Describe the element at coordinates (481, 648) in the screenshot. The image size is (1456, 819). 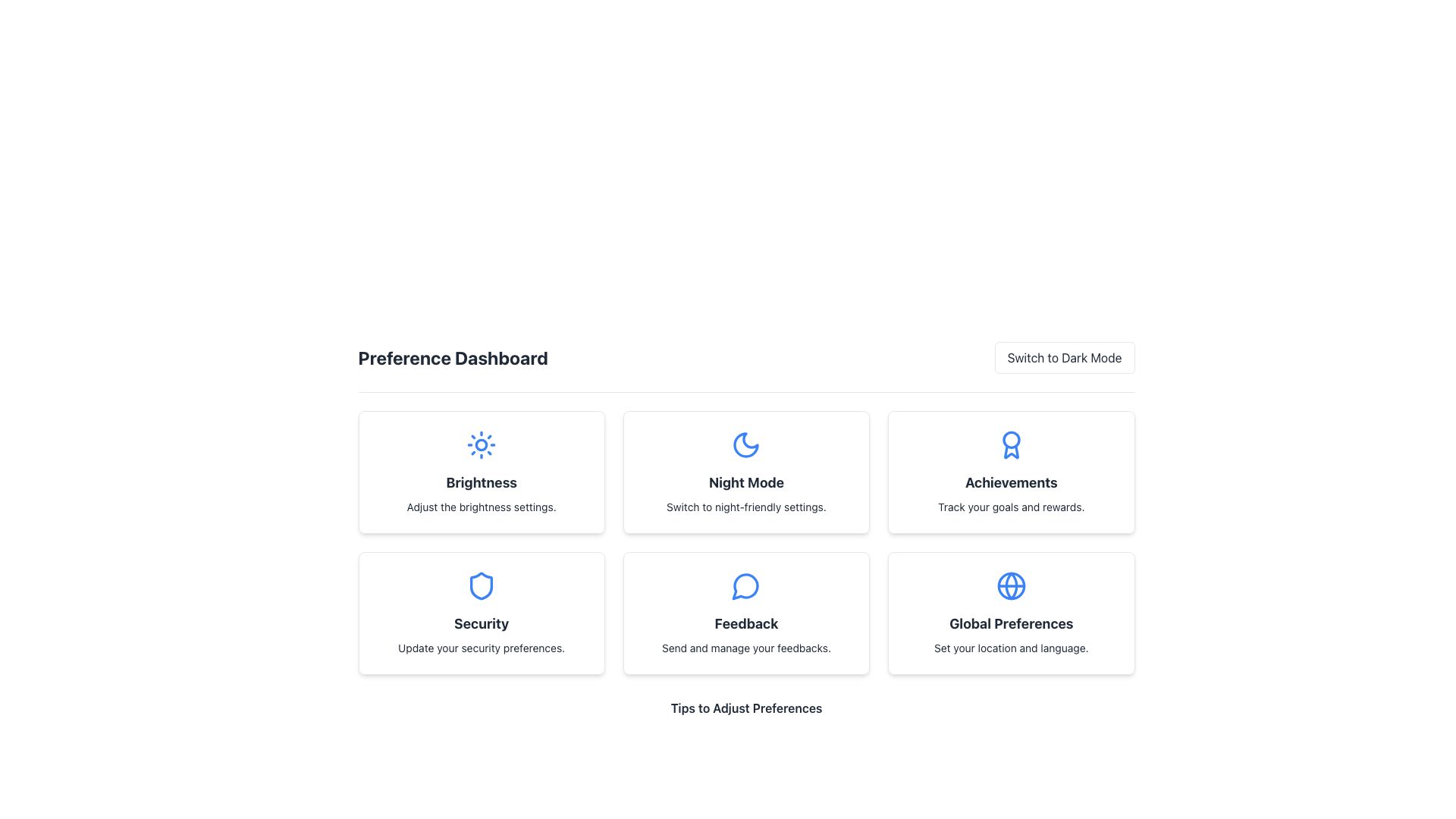
I see `the Text Label providing a description or actionable hint regarding the security preferences, located below the 'Security' header in the leftmost card of the second row of the grid on the Preference Dashboard page` at that location.